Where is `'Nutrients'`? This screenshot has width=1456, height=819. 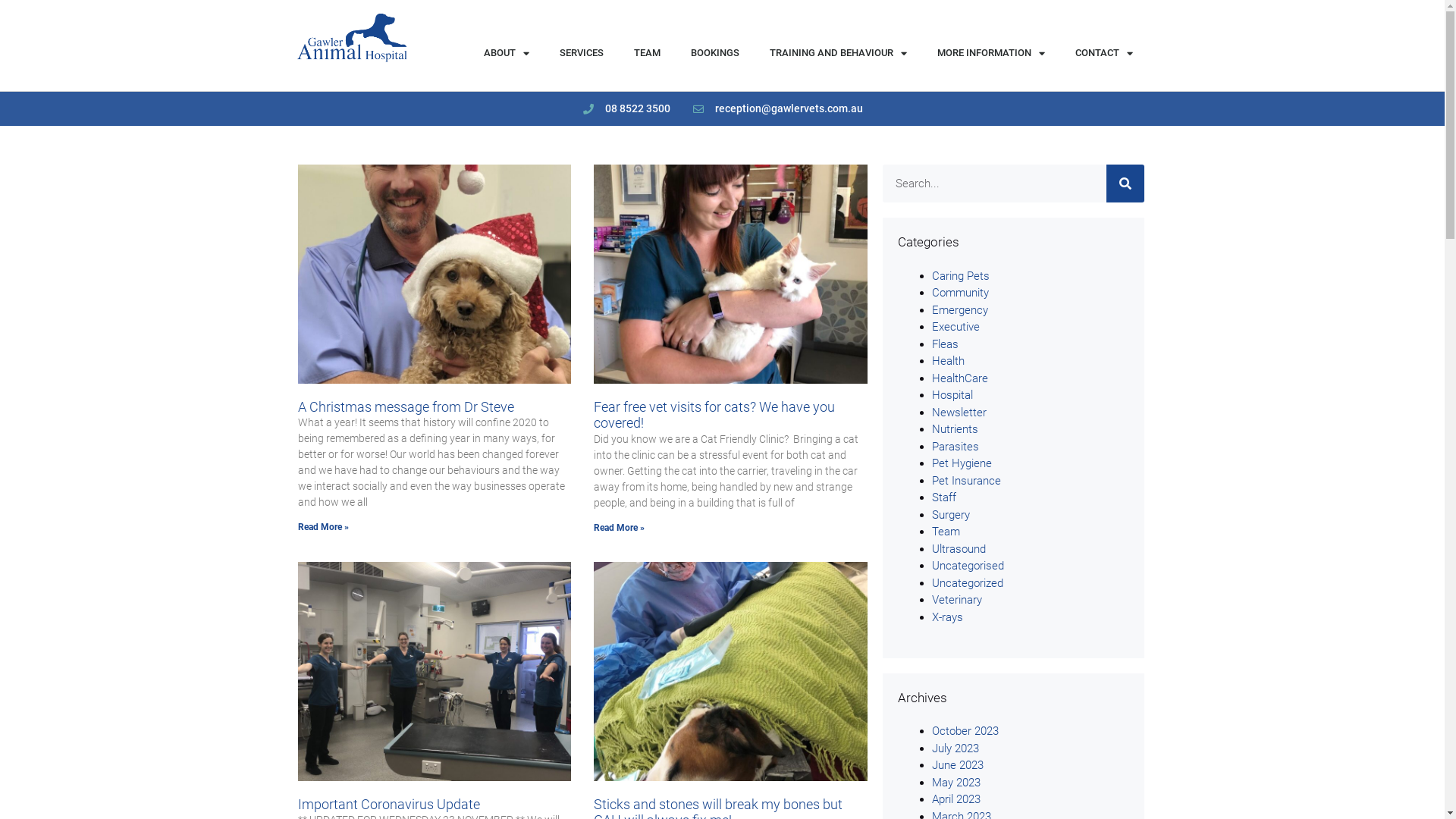 'Nutrients' is located at coordinates (930, 429).